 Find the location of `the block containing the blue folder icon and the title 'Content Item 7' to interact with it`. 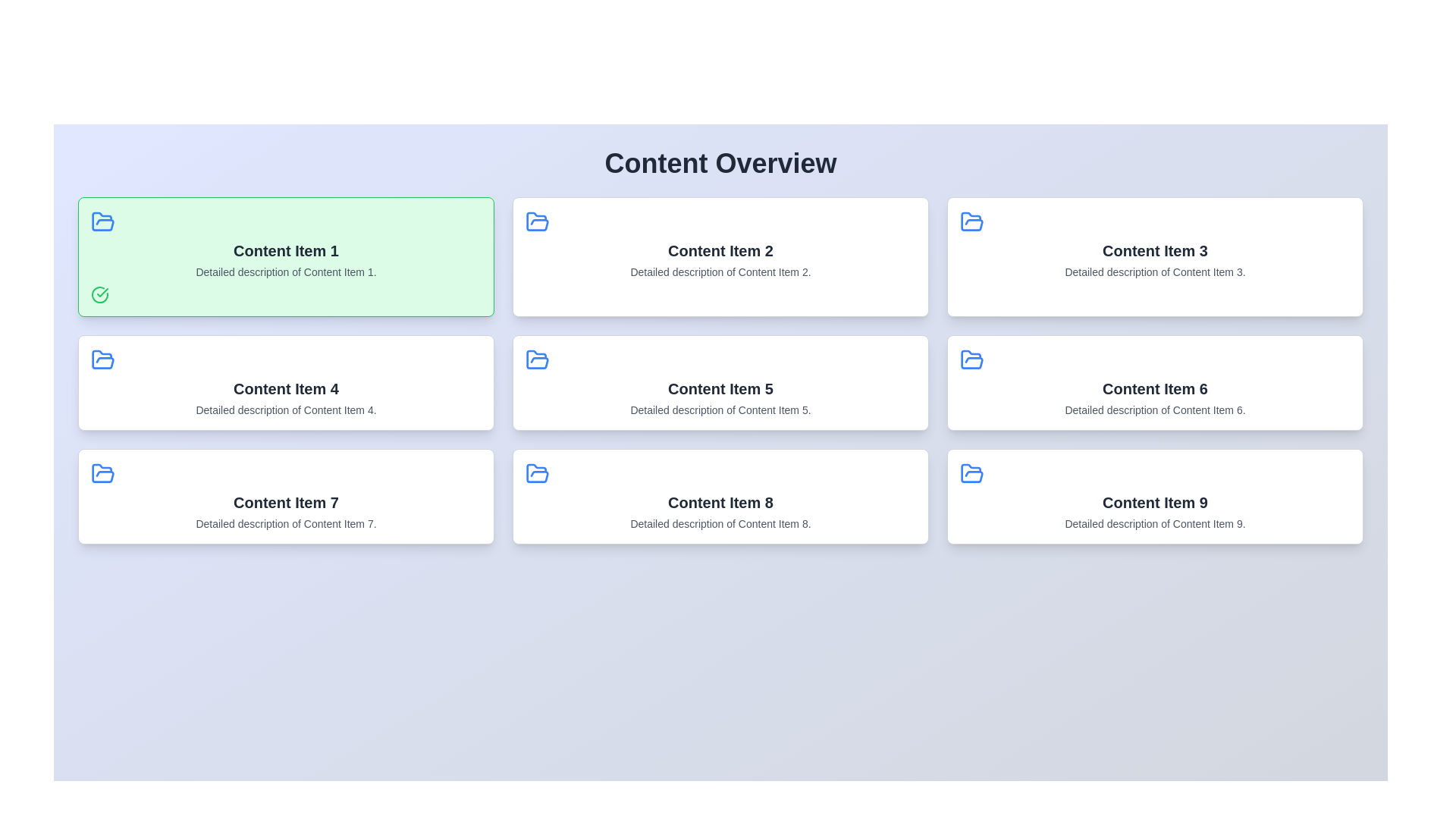

the block containing the blue folder icon and the title 'Content Item 7' to interact with it is located at coordinates (286, 497).